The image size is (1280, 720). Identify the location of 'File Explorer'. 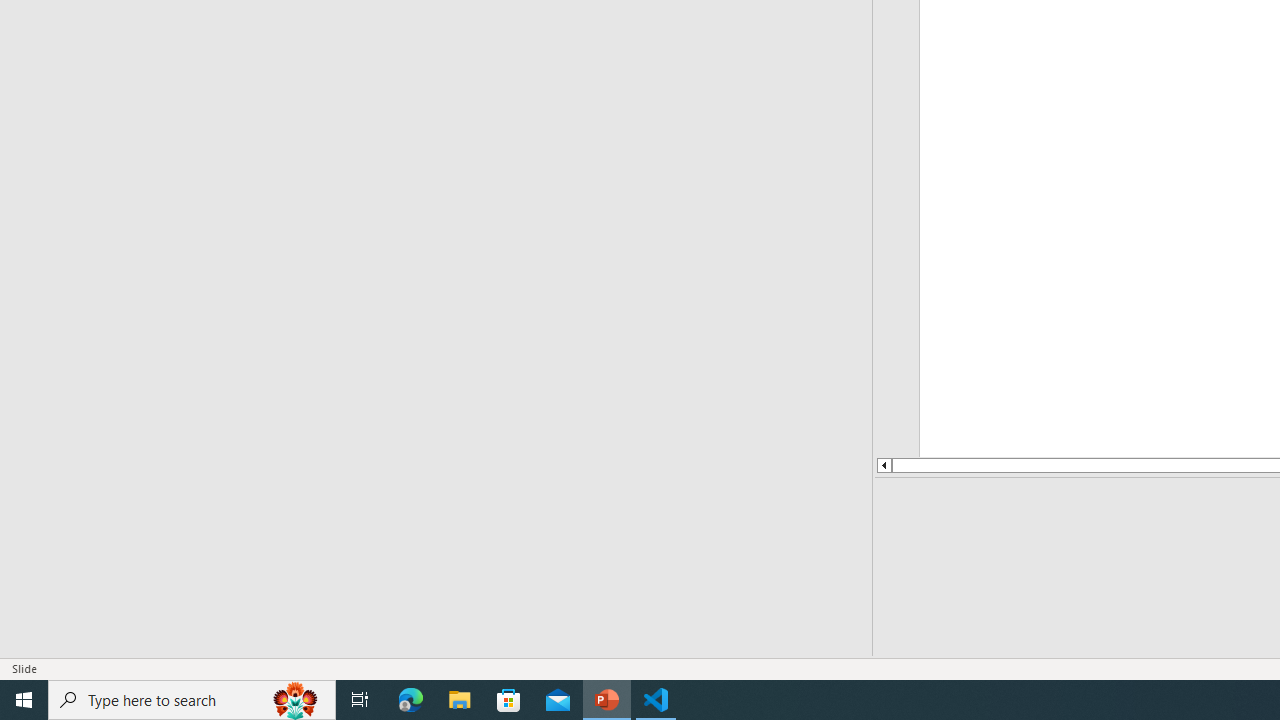
(459, 698).